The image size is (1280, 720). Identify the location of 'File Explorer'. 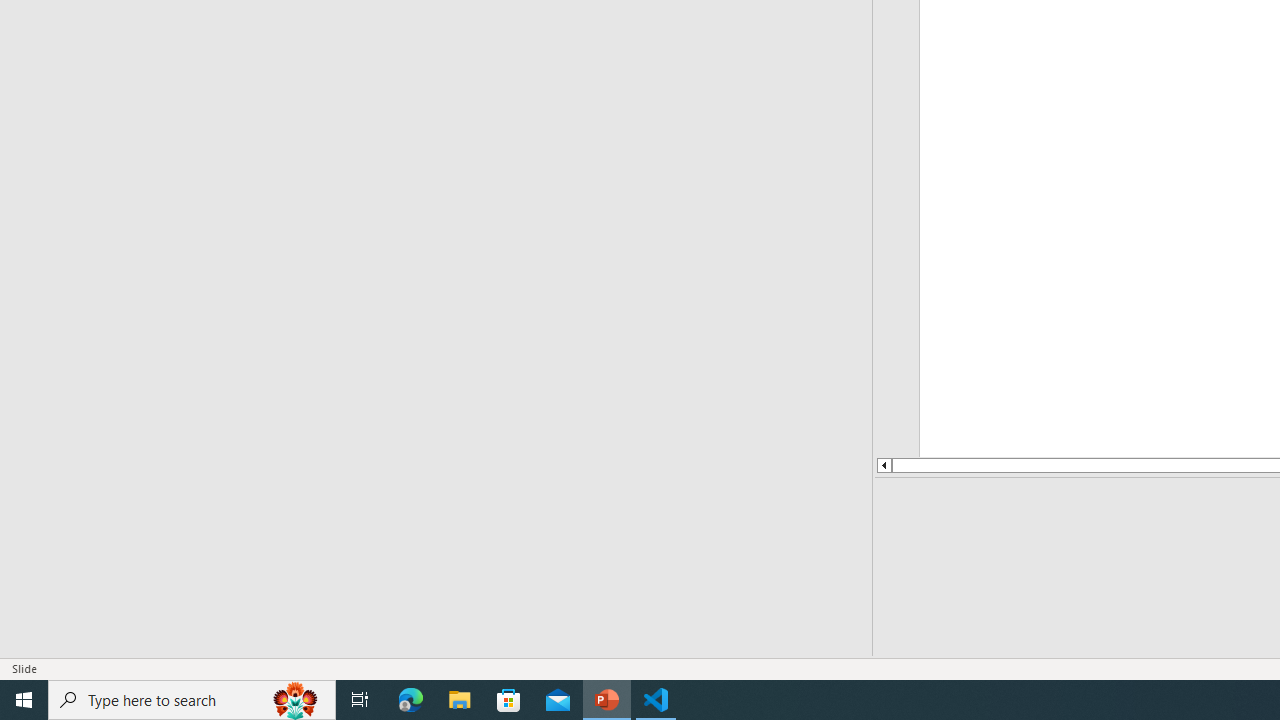
(459, 698).